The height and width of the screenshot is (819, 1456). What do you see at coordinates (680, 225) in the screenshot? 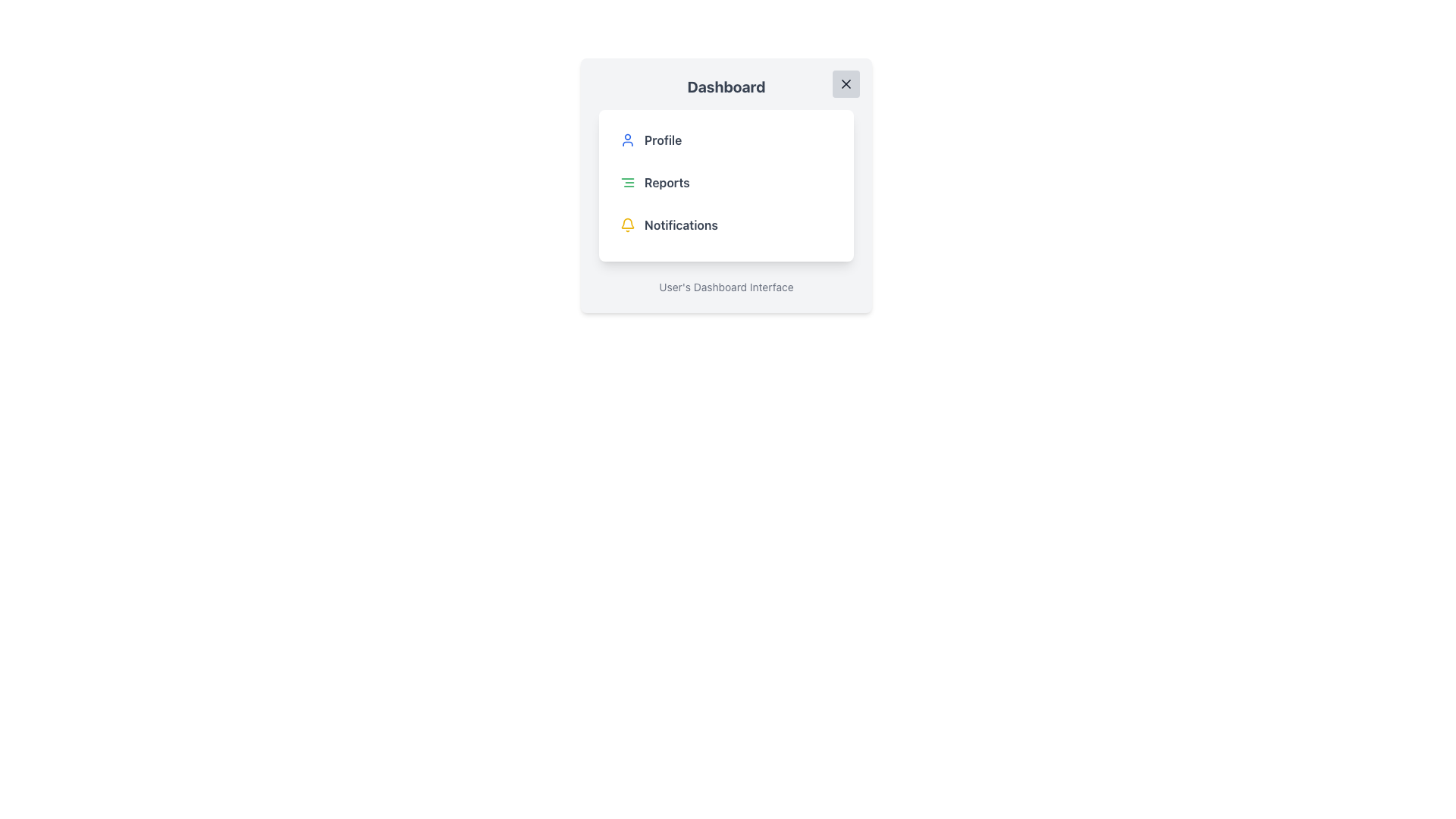
I see `text displayed on the 'Notifications' label, which is styled in bold gray font and positioned as the third item in a vertical list` at bounding box center [680, 225].